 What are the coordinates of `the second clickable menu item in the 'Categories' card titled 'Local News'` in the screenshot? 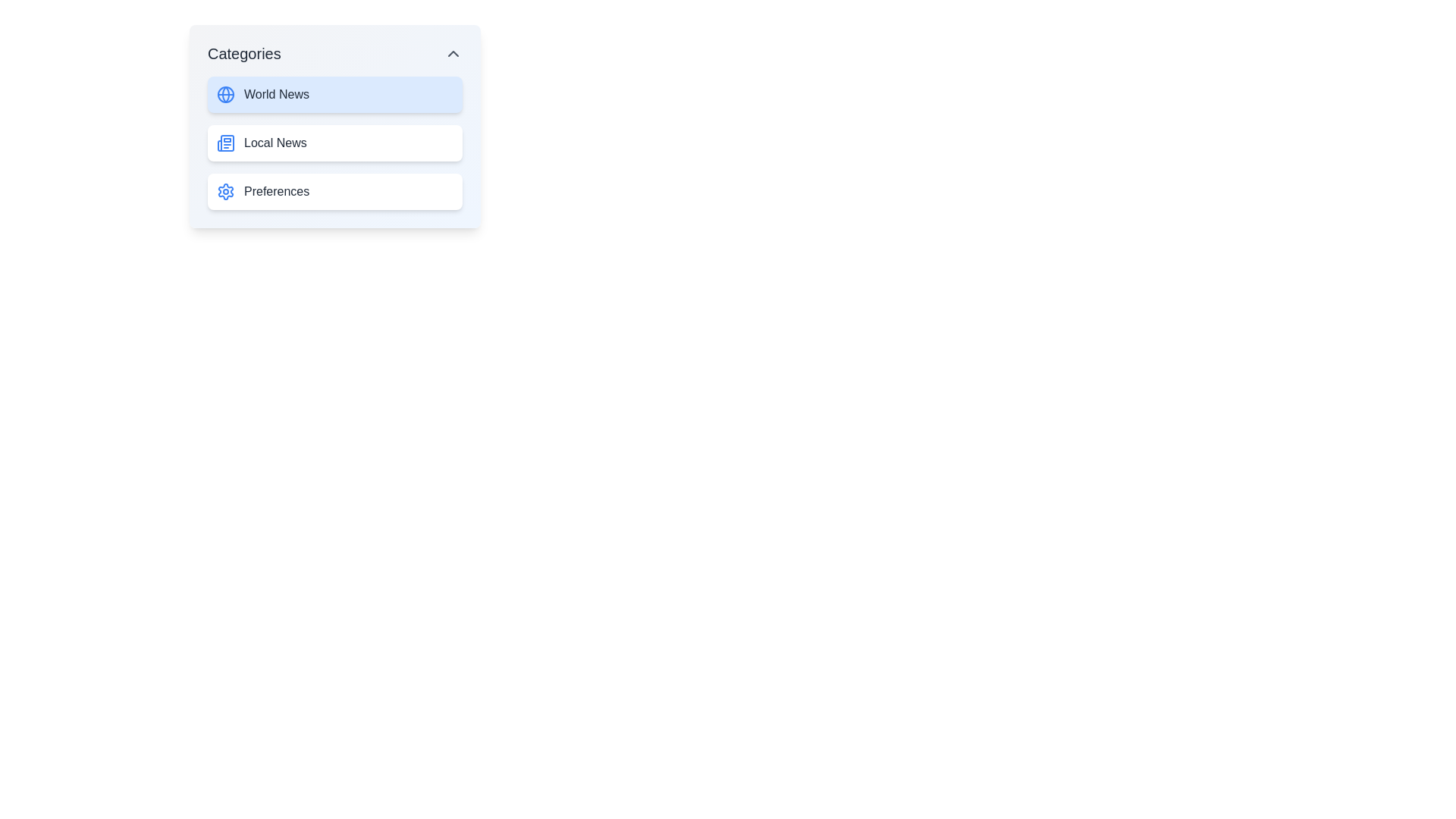 It's located at (334, 125).